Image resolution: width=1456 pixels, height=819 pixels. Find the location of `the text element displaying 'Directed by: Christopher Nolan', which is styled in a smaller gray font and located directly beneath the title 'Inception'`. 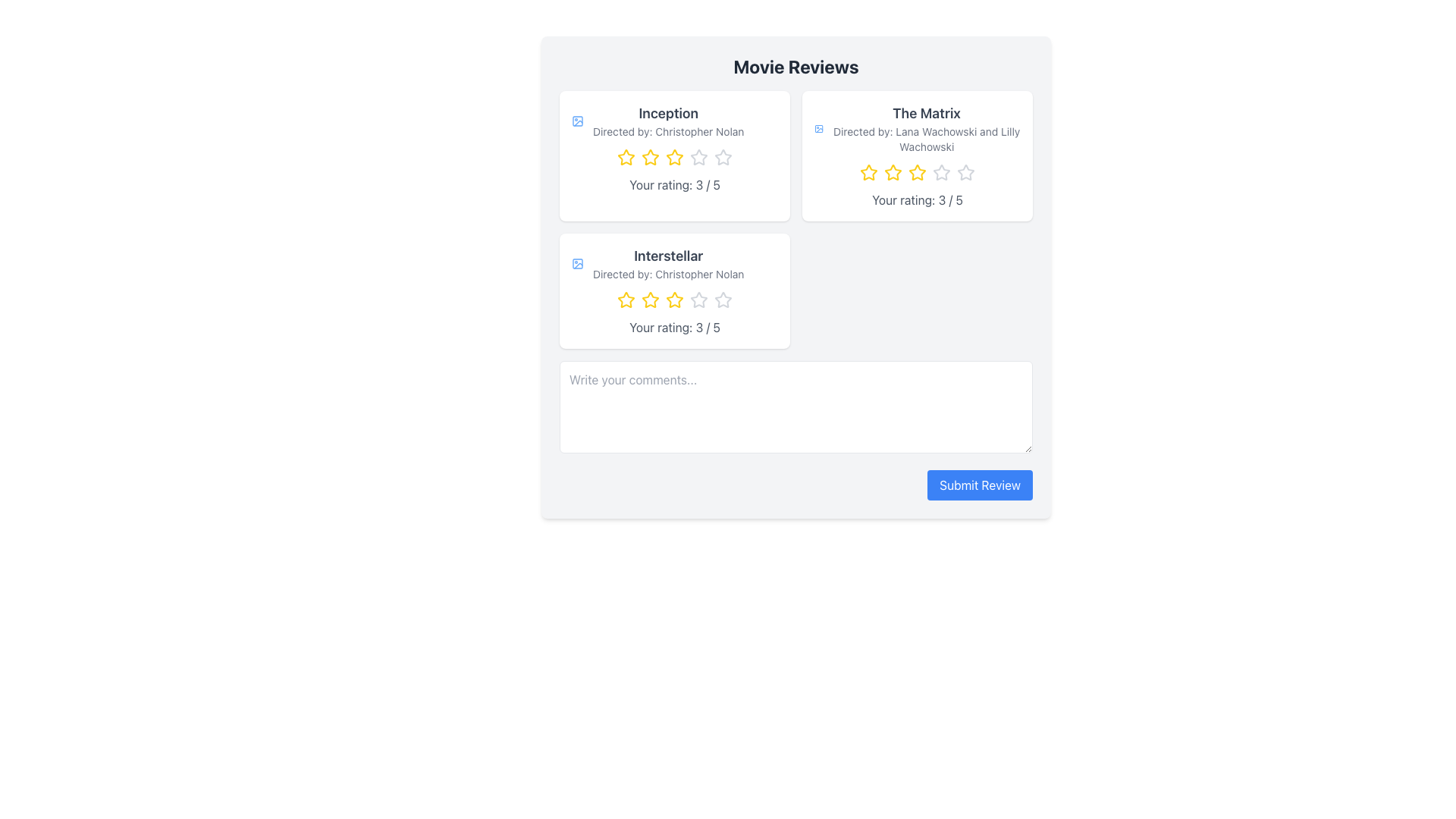

the text element displaying 'Directed by: Christopher Nolan', which is styled in a smaller gray font and located directly beneath the title 'Inception' is located at coordinates (667, 130).